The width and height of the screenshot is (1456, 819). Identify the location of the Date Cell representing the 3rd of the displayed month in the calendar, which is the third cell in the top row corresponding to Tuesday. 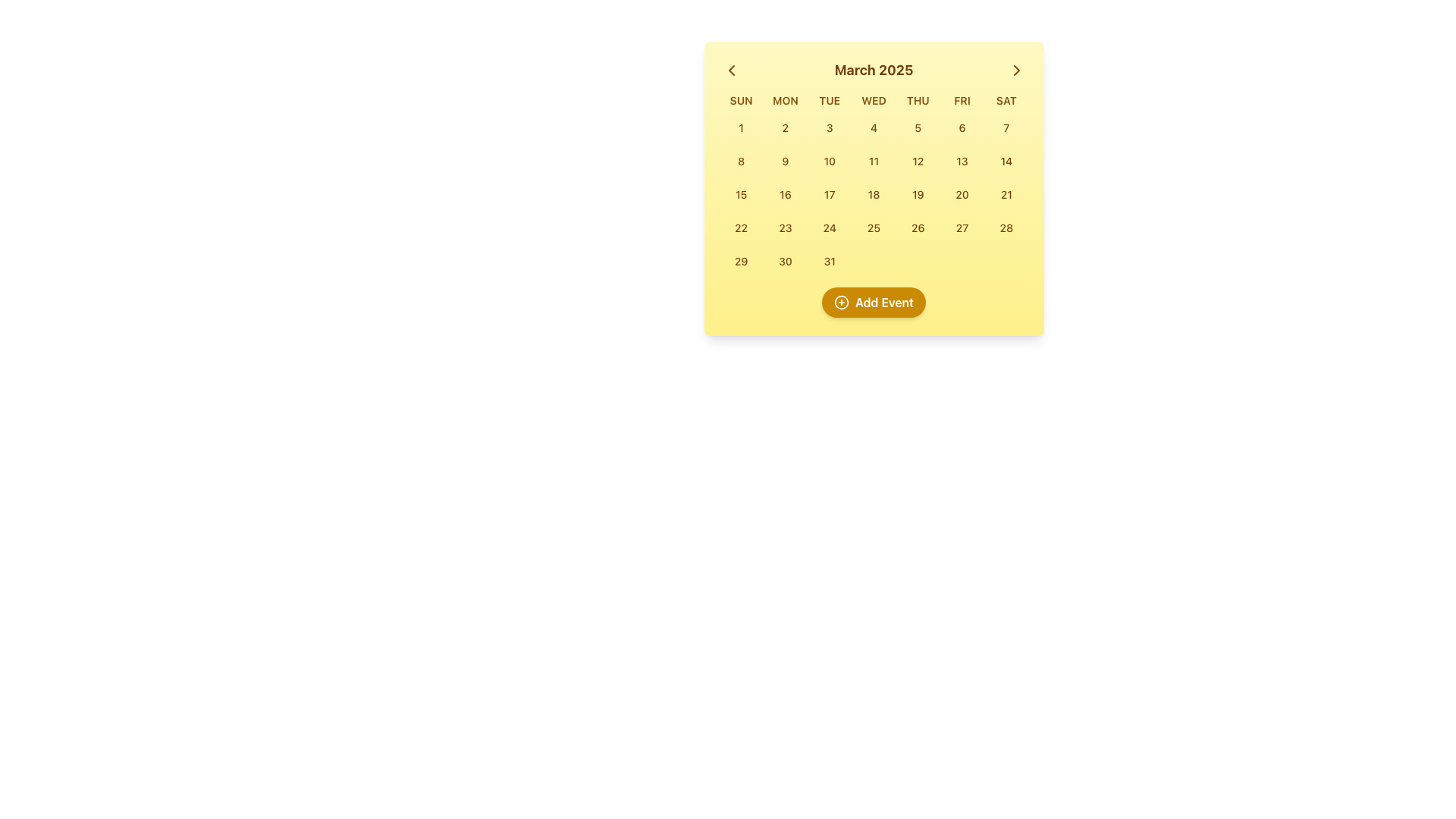
(829, 127).